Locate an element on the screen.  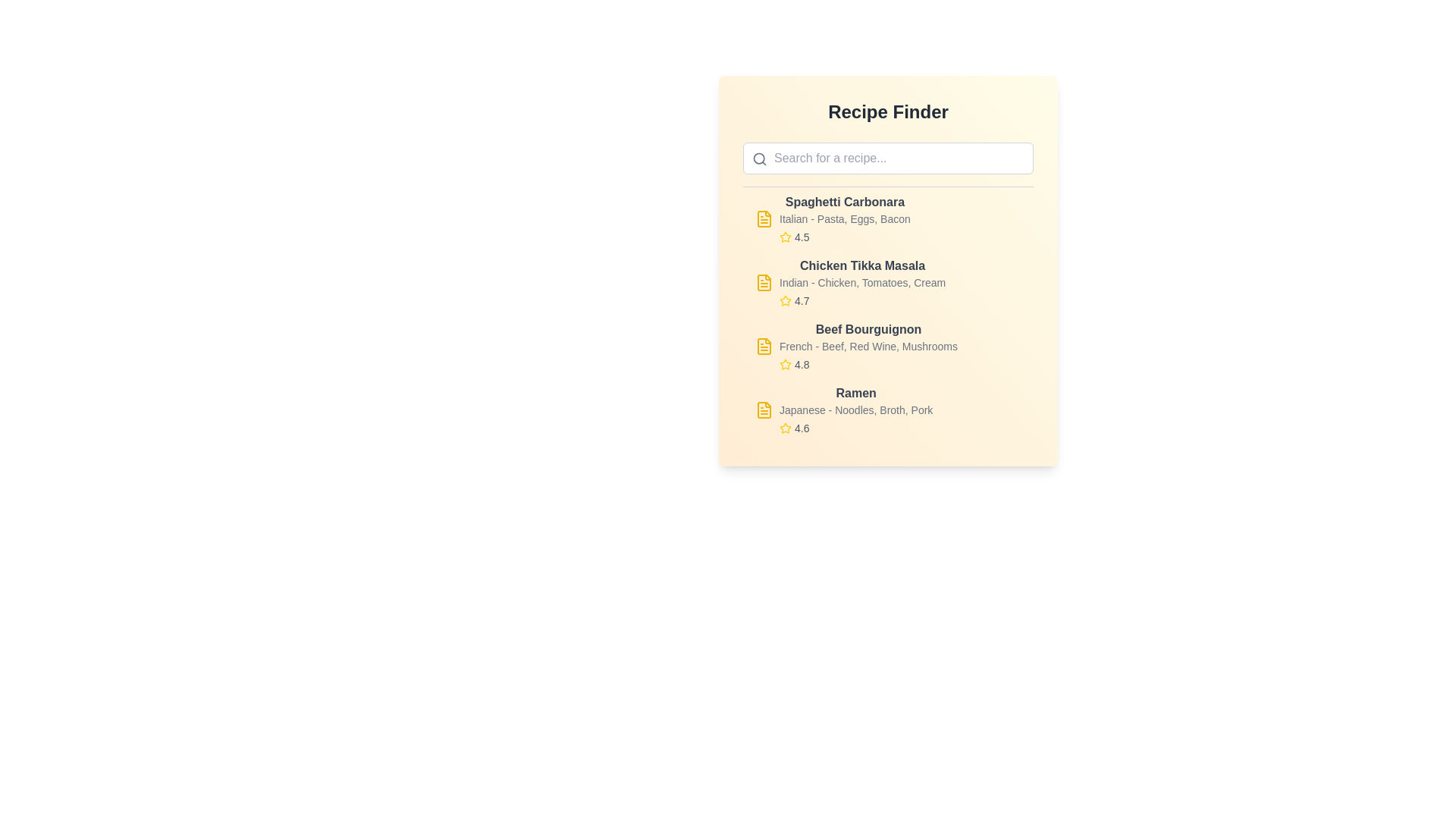
the text block with the icon and rating for the 'Beef Bourguignon' recipe to emphasize it among other displayed recipes is located at coordinates (868, 346).